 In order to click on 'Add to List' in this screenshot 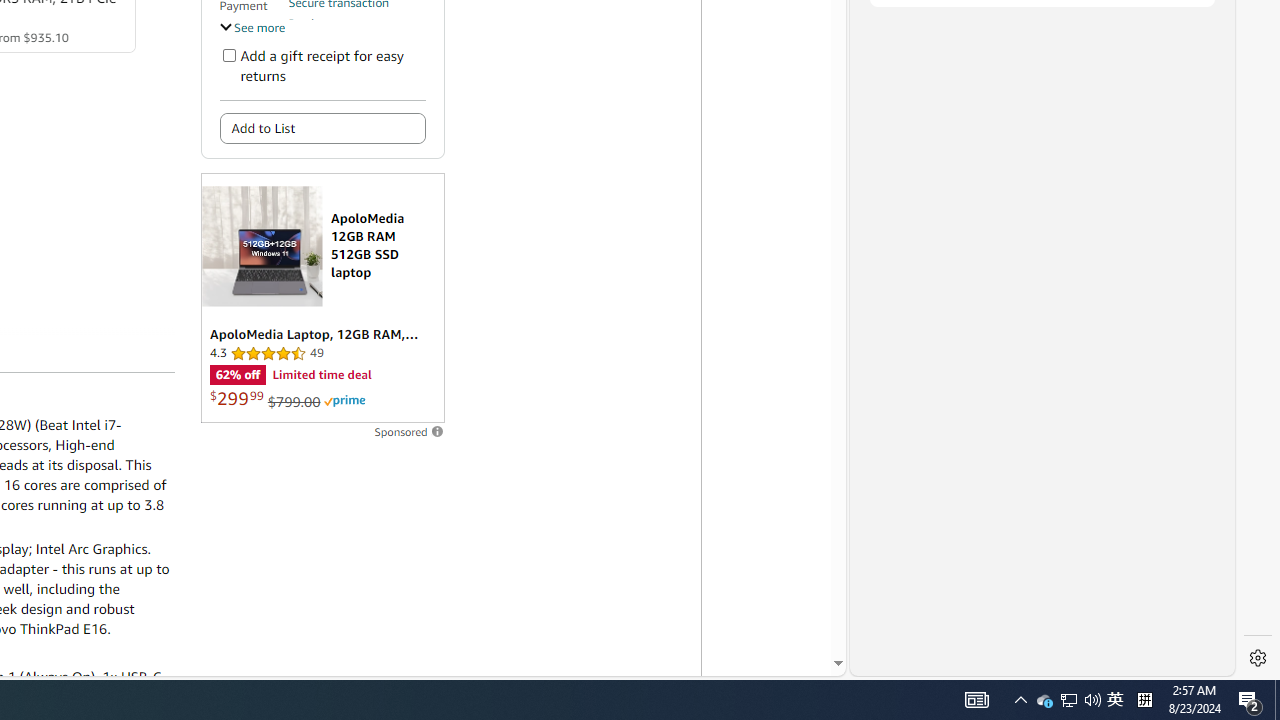, I will do `click(322, 128)`.